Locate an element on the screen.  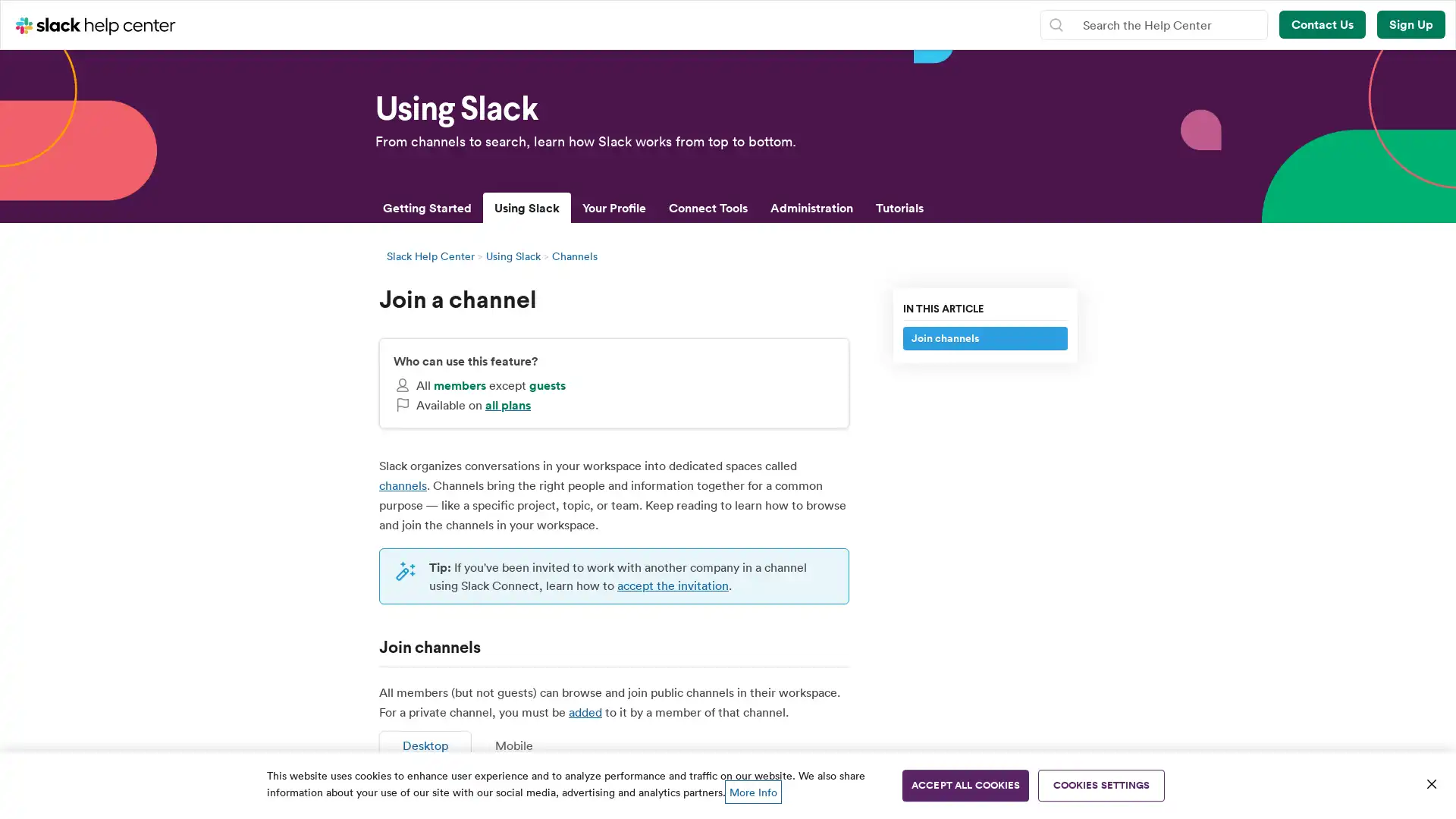
ACCEPT ALL COOKIES is located at coordinates (965, 785).